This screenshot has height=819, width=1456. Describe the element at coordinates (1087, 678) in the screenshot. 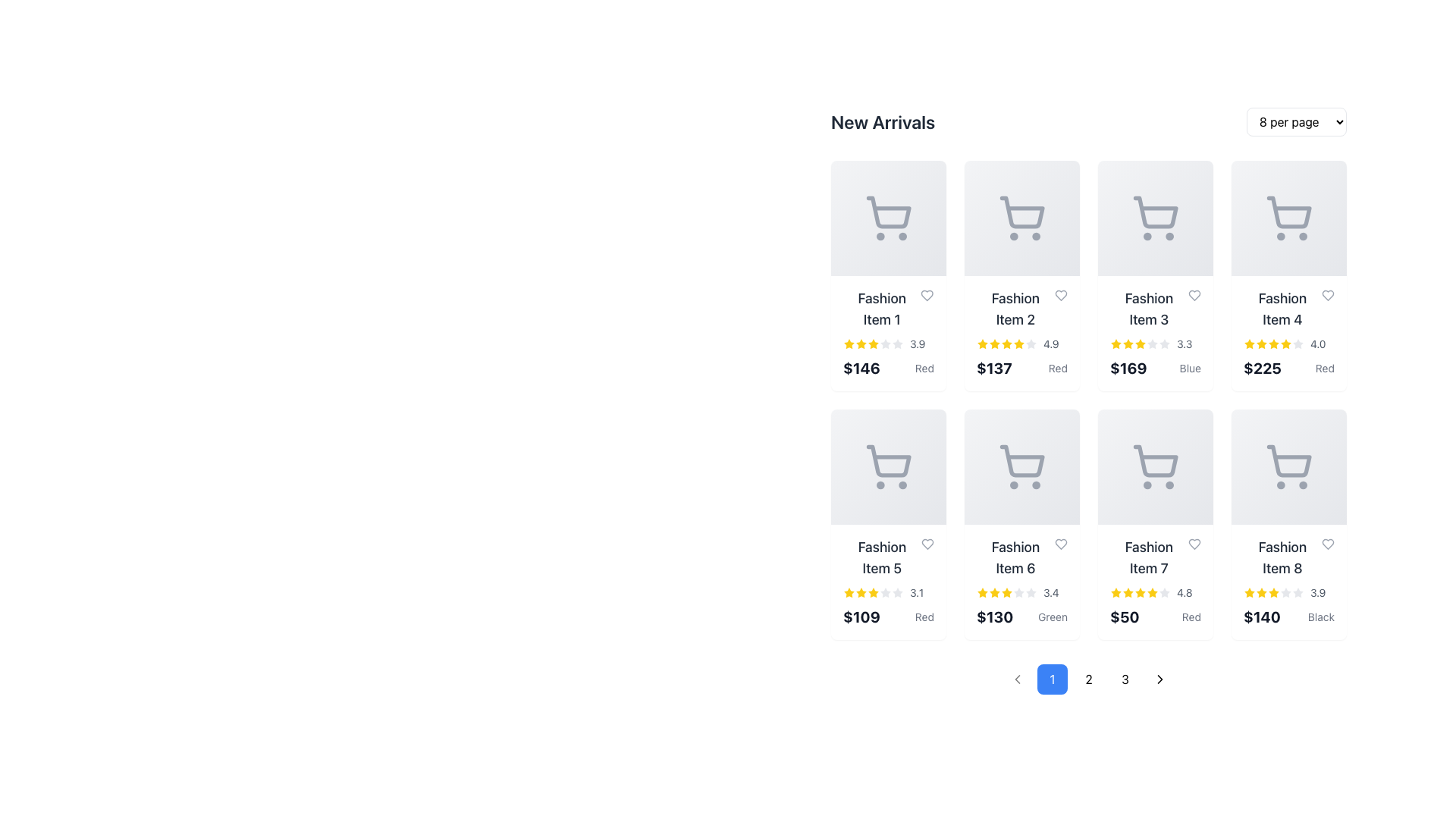

I see `the second pagination button located beneath the product grid to navigate to the second page of the product listing` at that location.